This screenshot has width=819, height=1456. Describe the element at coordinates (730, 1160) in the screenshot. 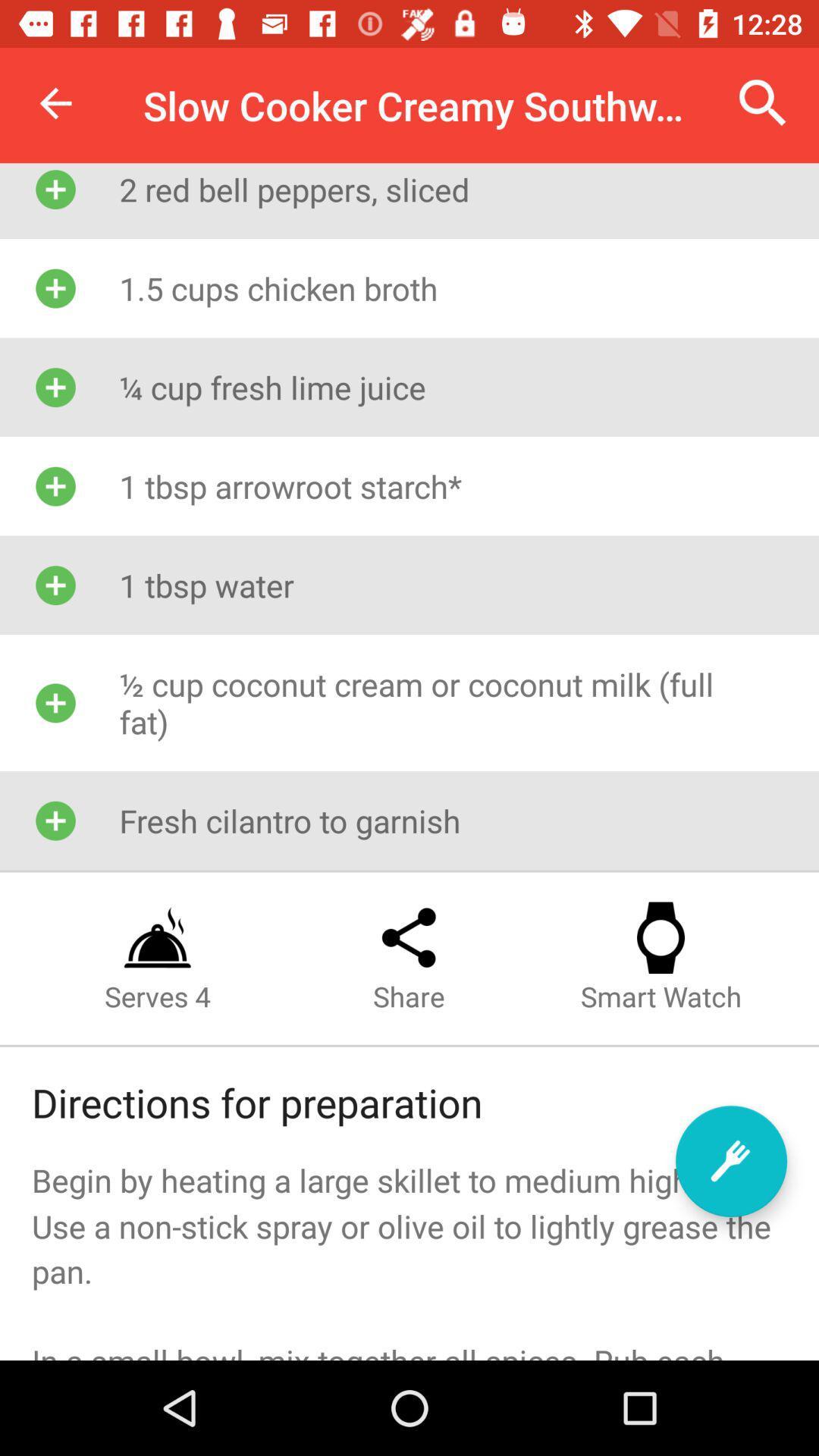

I see `tap to view picture` at that location.